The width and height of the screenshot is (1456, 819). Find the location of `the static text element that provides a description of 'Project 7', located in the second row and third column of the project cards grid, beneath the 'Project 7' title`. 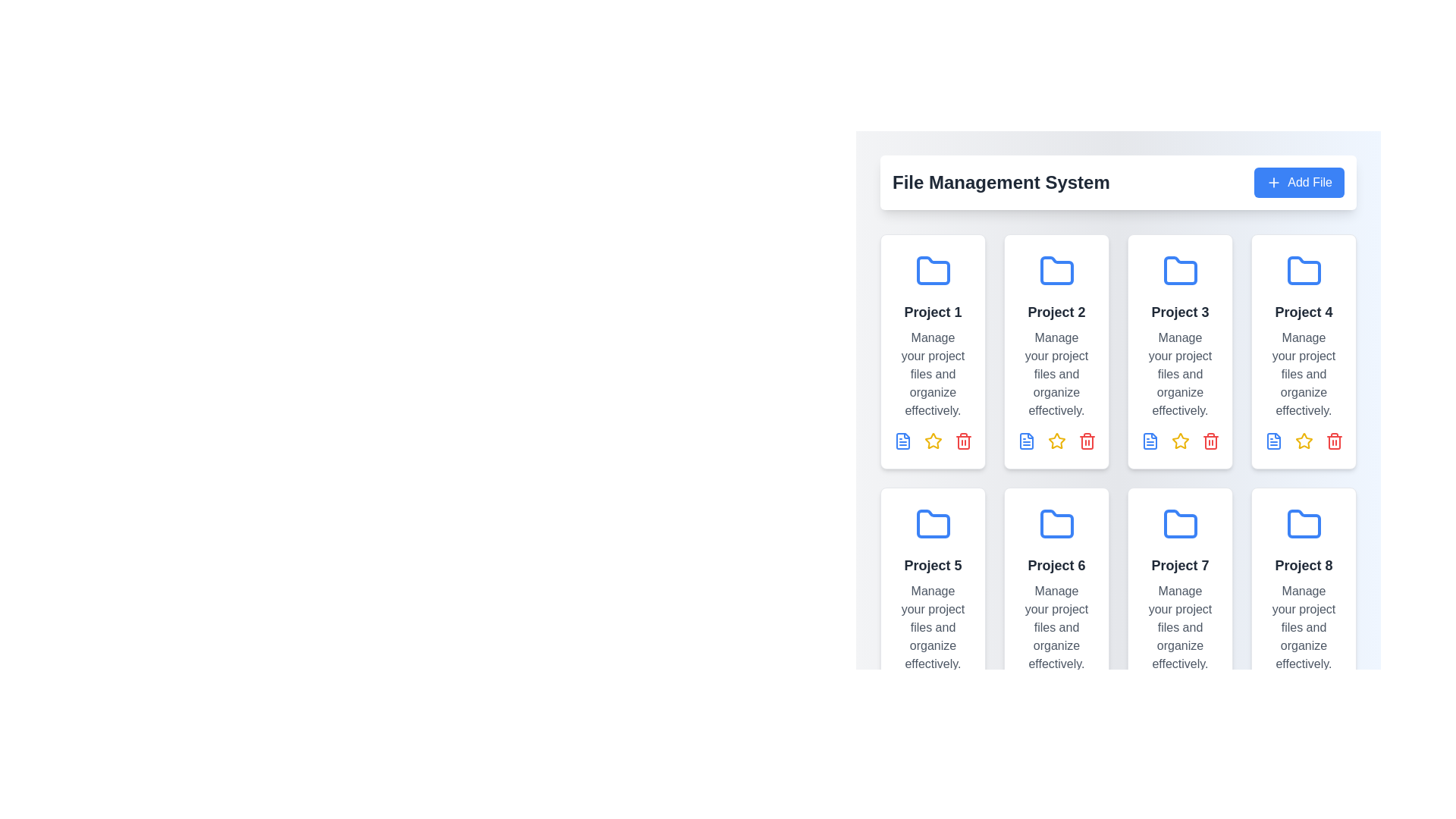

the static text element that provides a description of 'Project 7', located in the second row and third column of the project cards grid, beneath the 'Project 7' title is located at coordinates (1179, 628).